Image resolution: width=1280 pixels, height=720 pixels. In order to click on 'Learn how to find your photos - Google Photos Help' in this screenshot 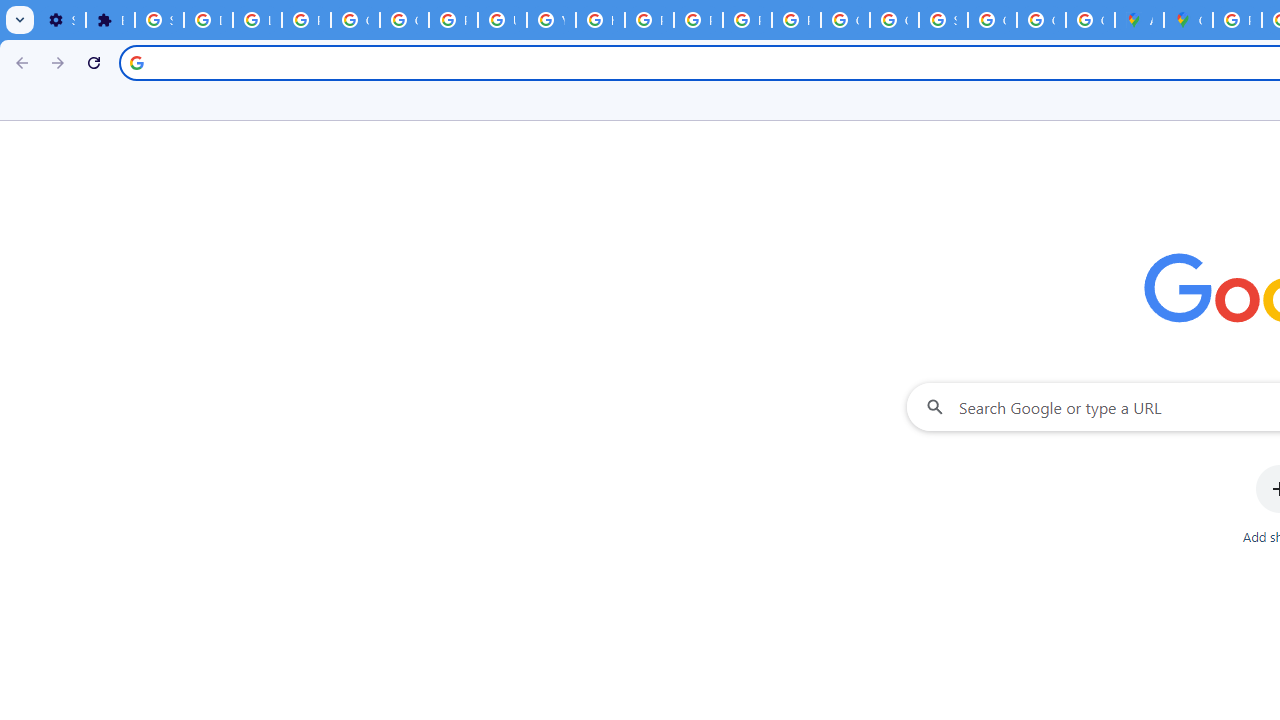, I will do `click(256, 20)`.